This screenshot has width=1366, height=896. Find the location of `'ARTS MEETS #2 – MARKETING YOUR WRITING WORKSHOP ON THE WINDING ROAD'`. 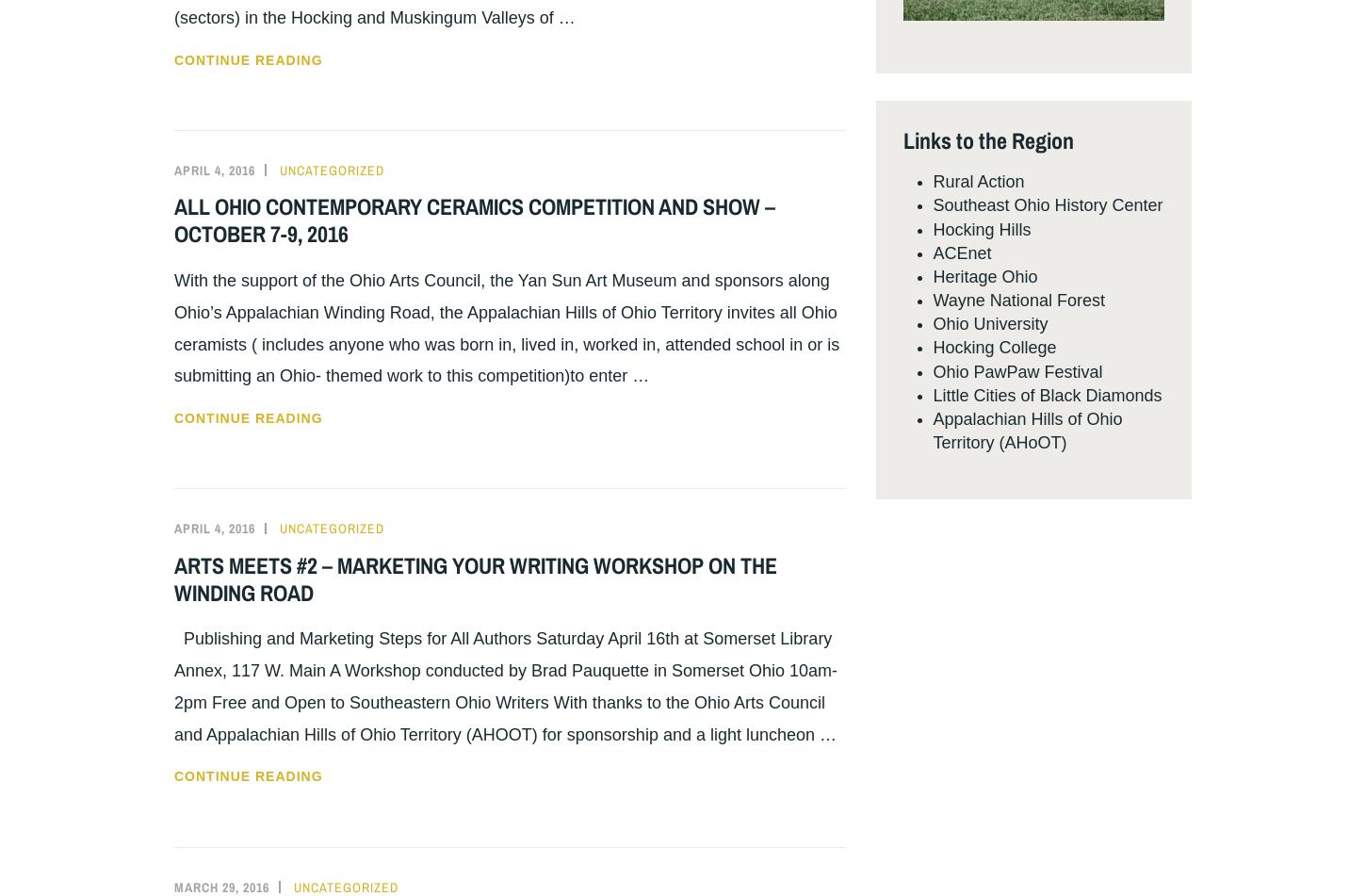

'ARTS MEETS #2 – MARKETING YOUR WRITING WORKSHOP ON THE WINDING ROAD' is located at coordinates (476, 577).